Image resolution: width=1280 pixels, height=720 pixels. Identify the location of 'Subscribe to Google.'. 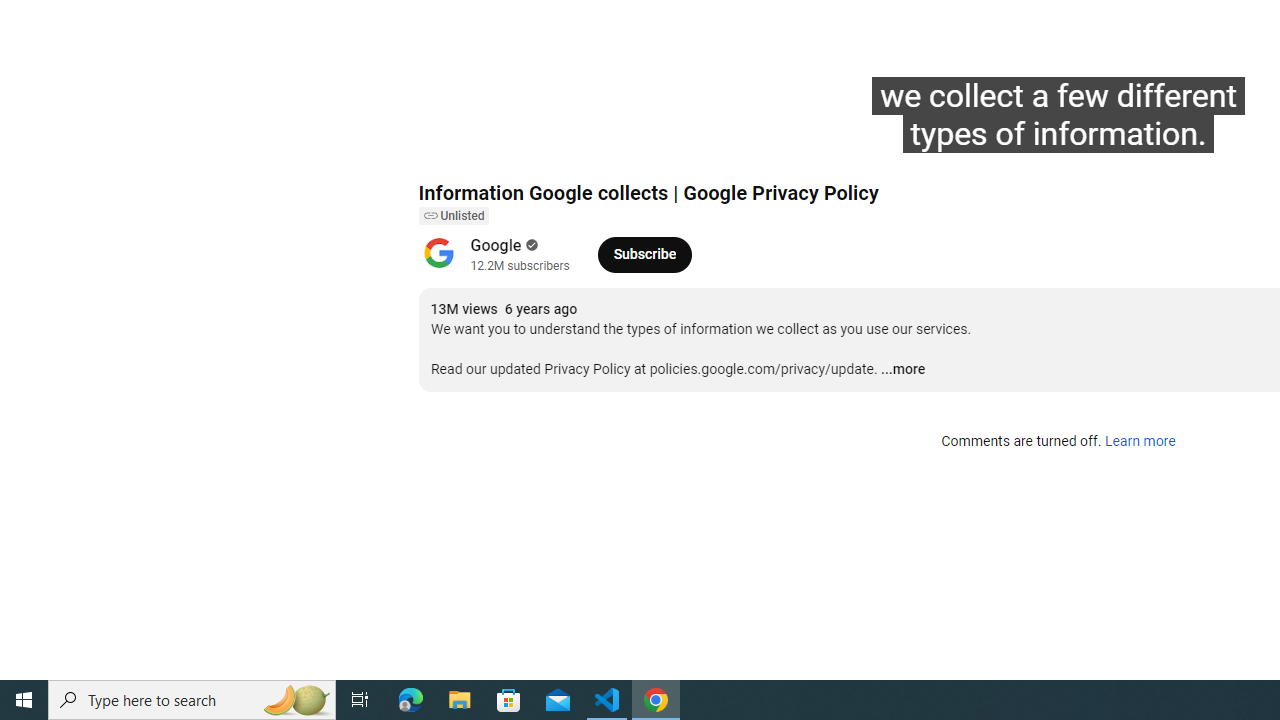
(644, 253).